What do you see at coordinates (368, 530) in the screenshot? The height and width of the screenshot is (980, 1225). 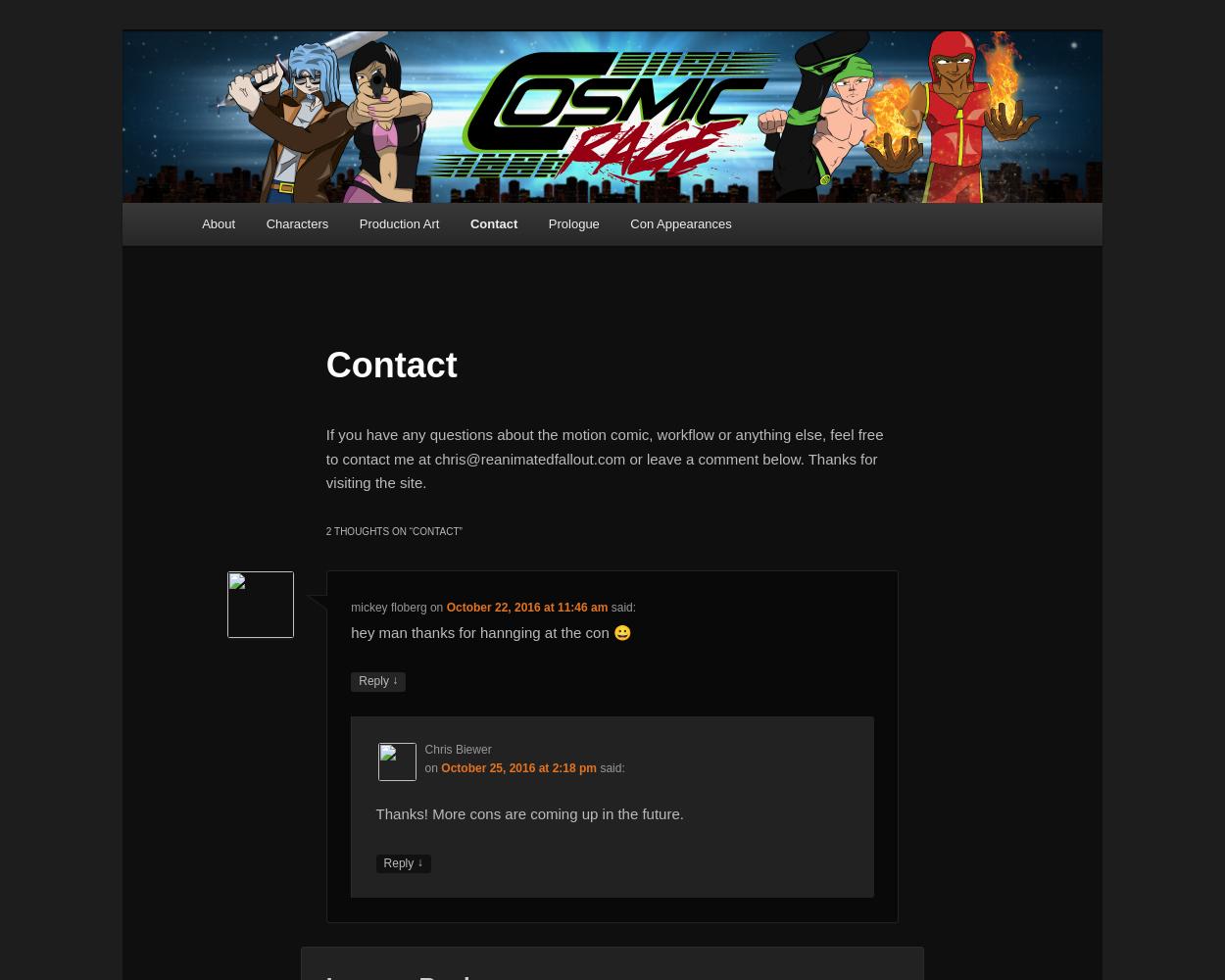 I see `'2 thoughts on “'` at bounding box center [368, 530].